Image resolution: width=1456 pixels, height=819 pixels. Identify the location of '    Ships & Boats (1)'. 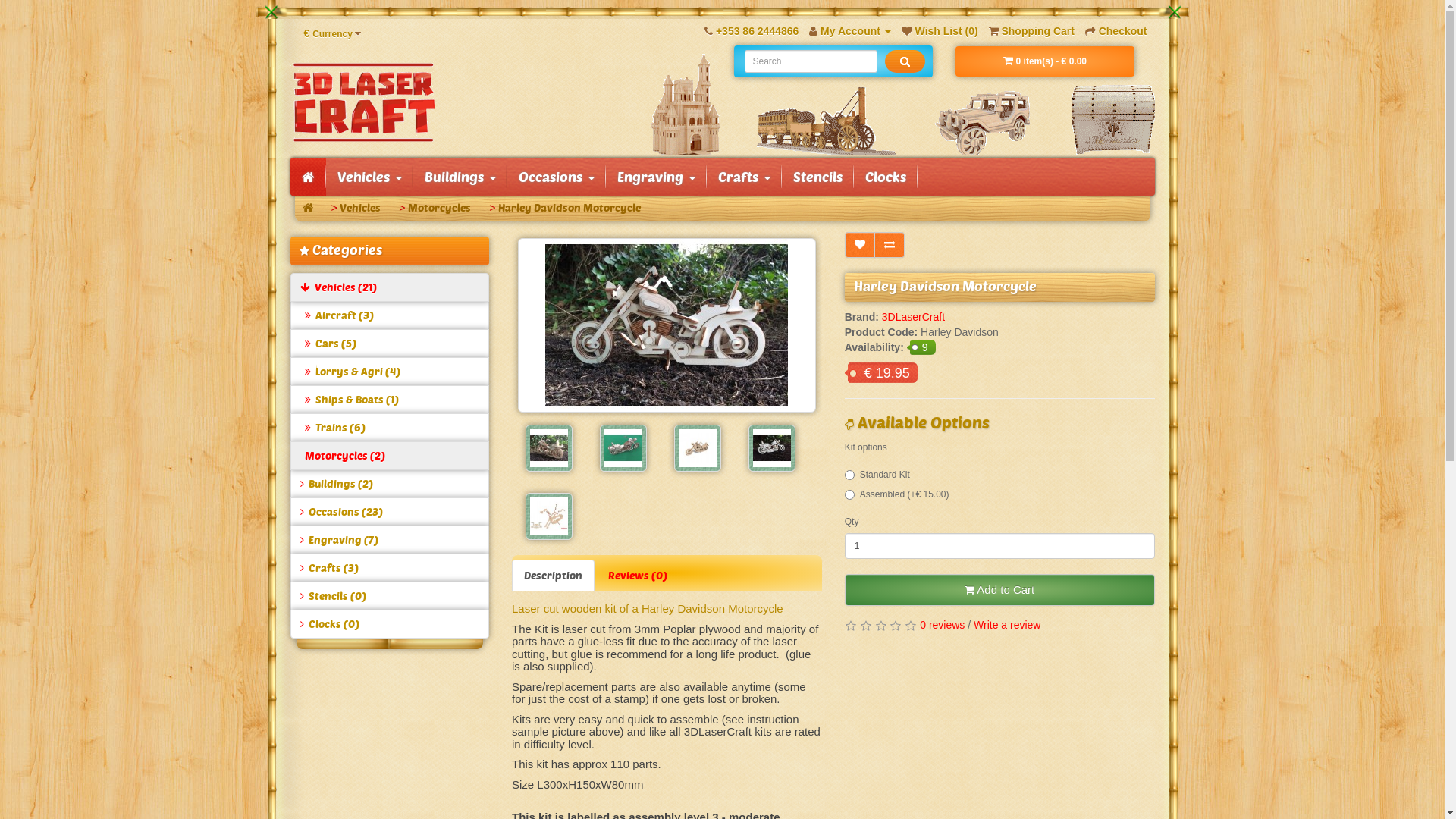
(389, 399).